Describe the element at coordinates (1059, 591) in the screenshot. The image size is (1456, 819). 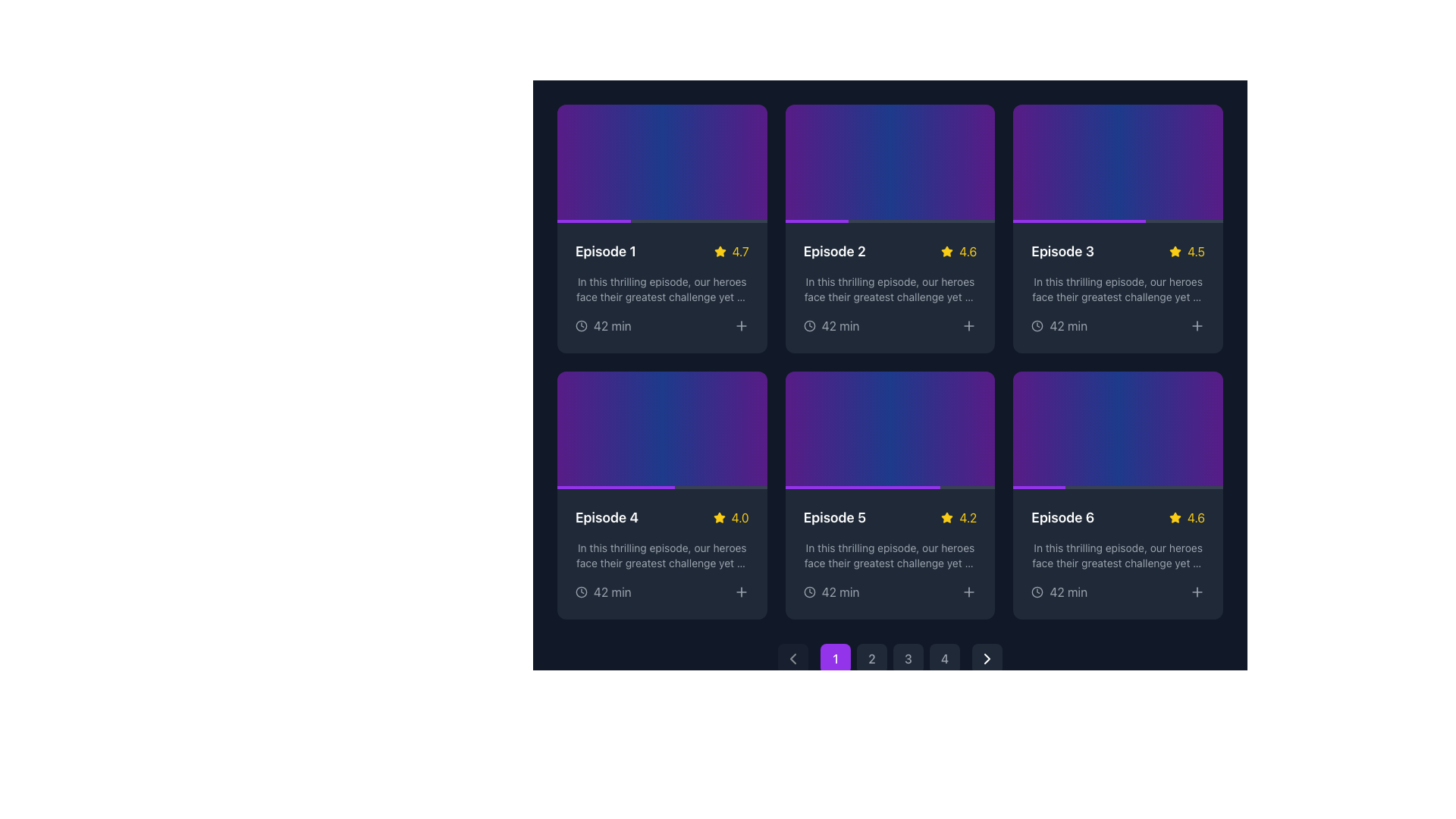
I see `the label displaying '42 min' next to the clock icon, which is located in the bottom section of the card for 'Episode 6', just below the rating score and to the right of the 'star' icon` at that location.